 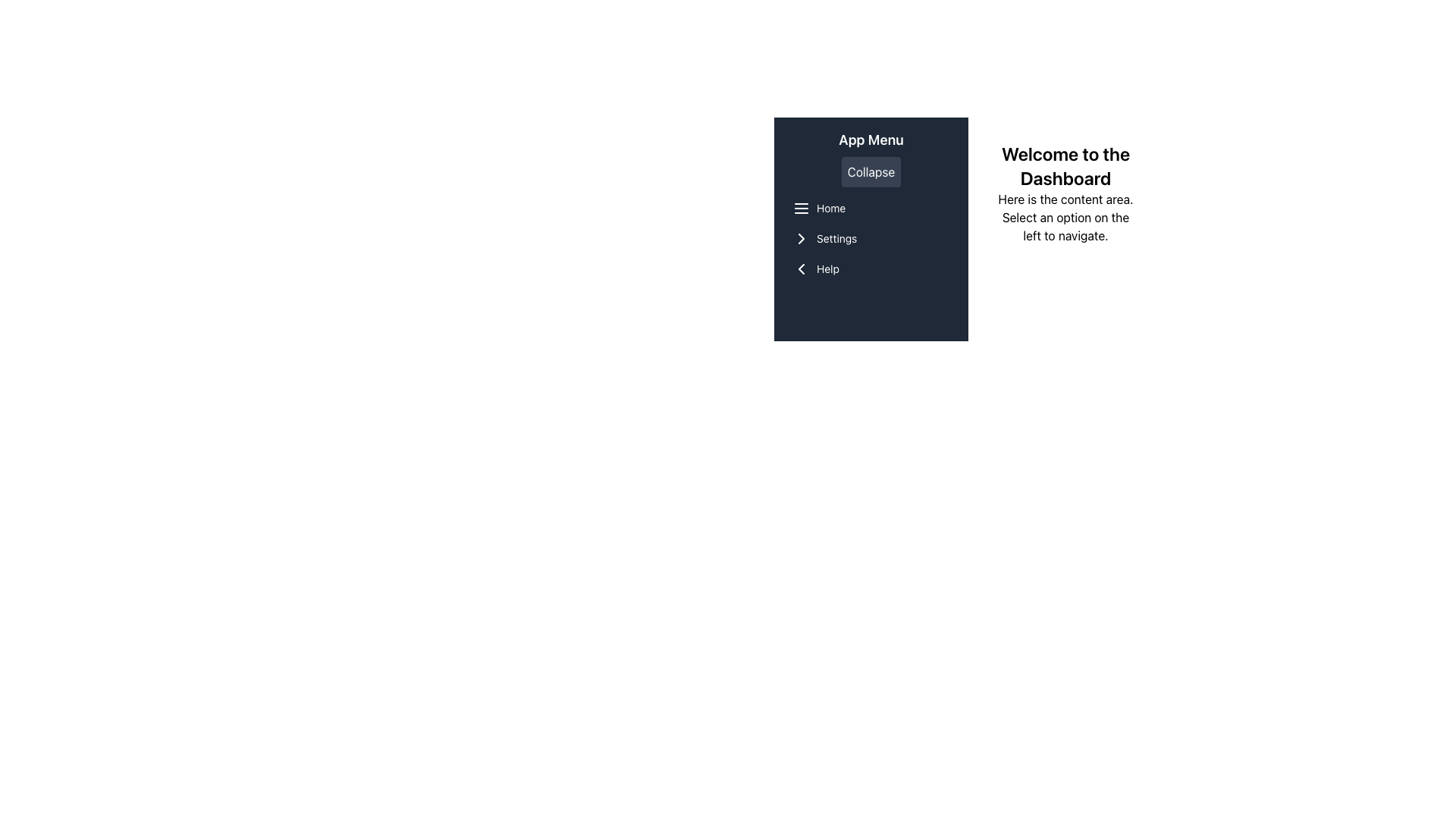 I want to click on the chevron icon next to the 'Settings' menu item, so click(x=800, y=239).